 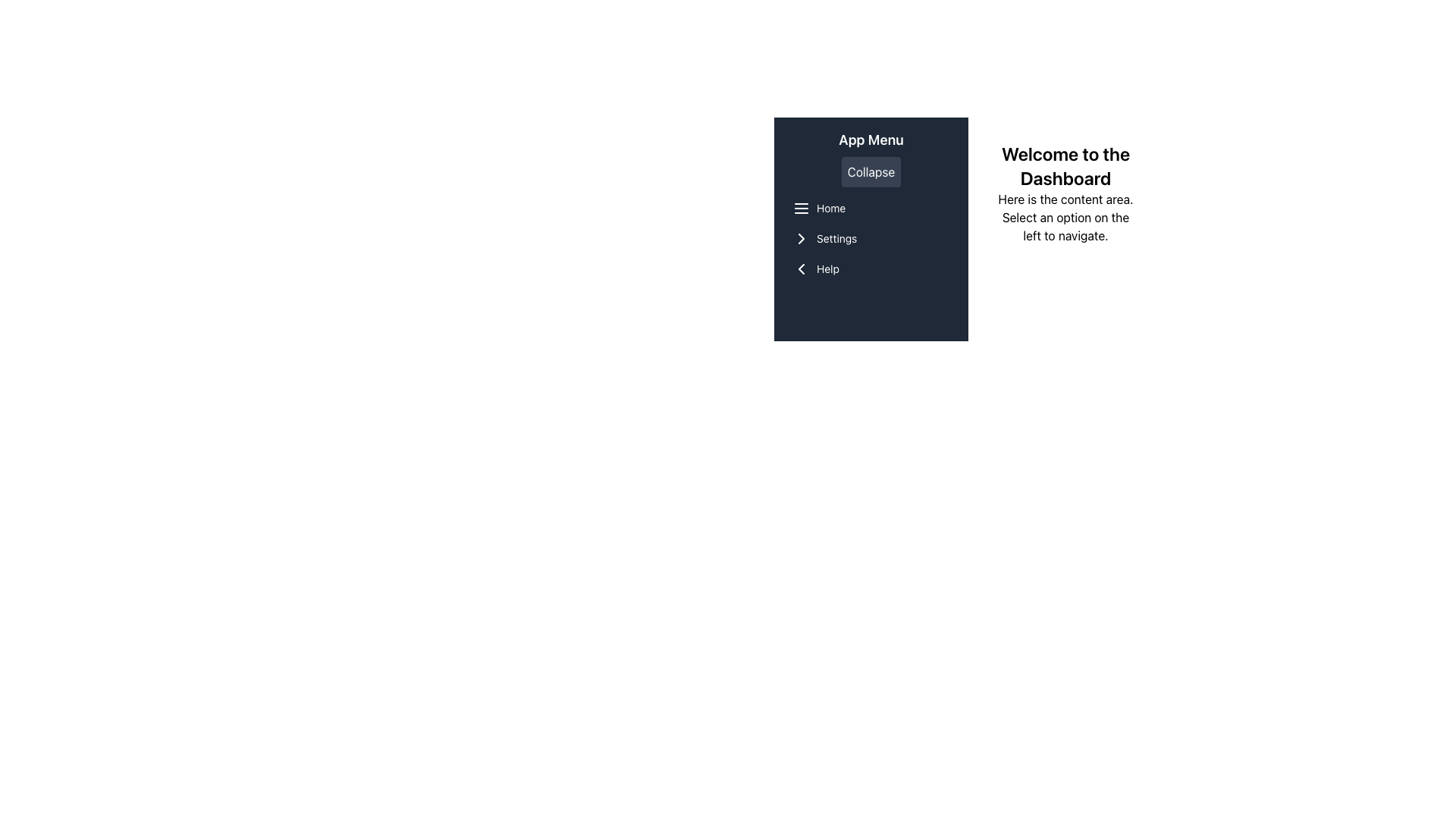 I want to click on the chevron icon next to the 'Settings' menu item, so click(x=800, y=239).